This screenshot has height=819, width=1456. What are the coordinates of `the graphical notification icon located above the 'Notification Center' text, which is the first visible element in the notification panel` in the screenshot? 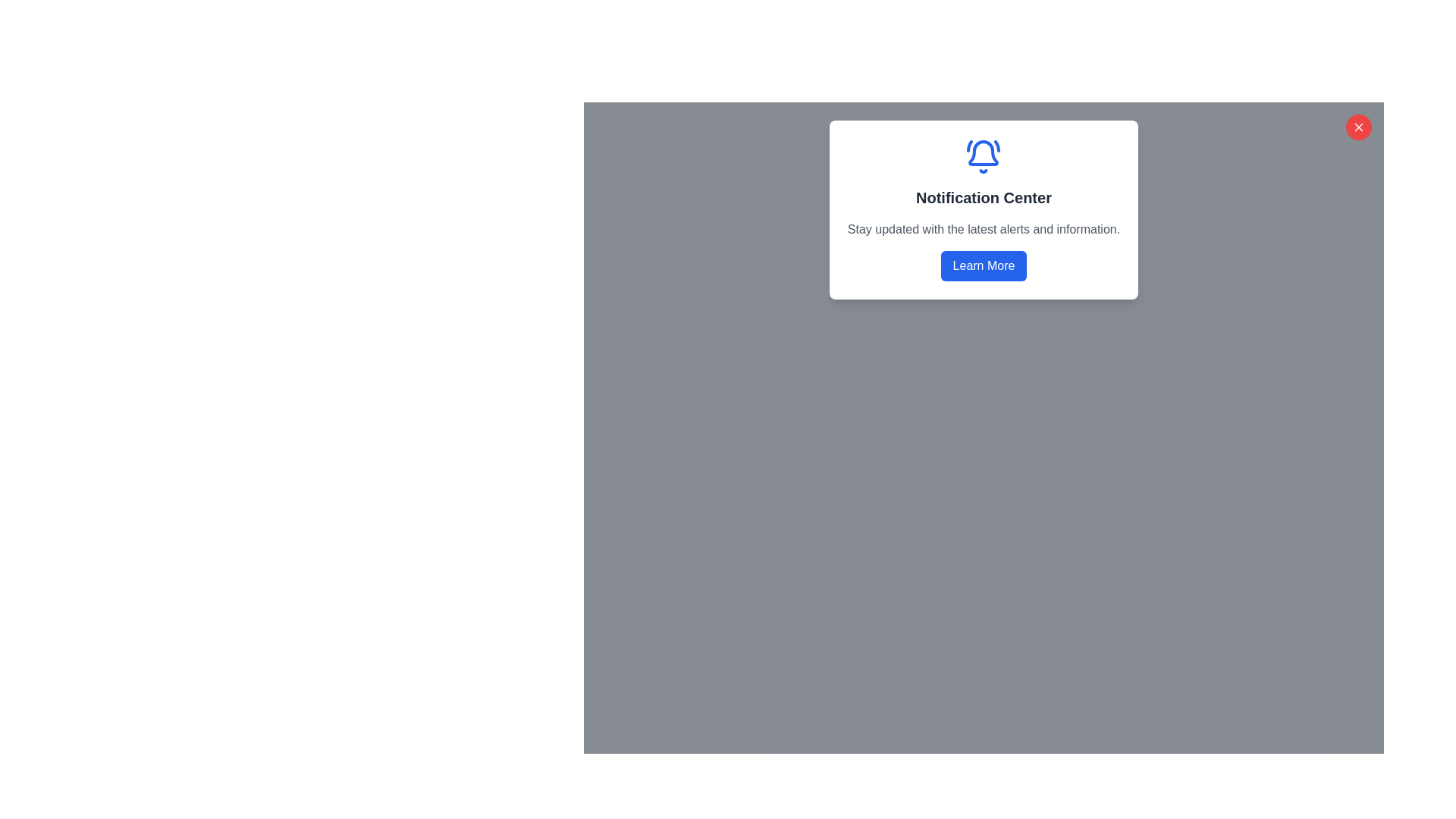 It's located at (984, 157).